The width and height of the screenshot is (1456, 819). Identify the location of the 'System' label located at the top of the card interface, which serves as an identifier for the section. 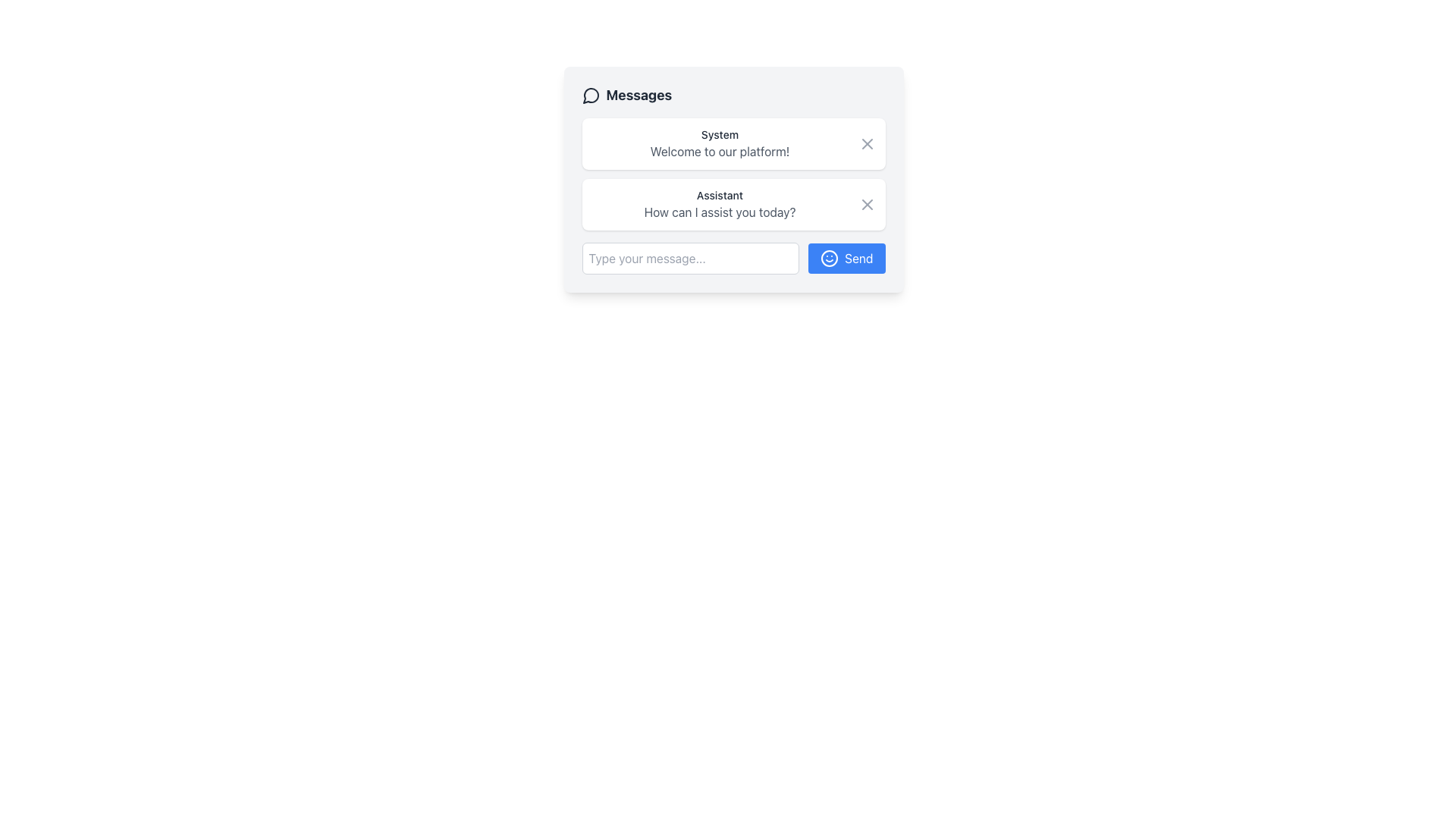
(719, 133).